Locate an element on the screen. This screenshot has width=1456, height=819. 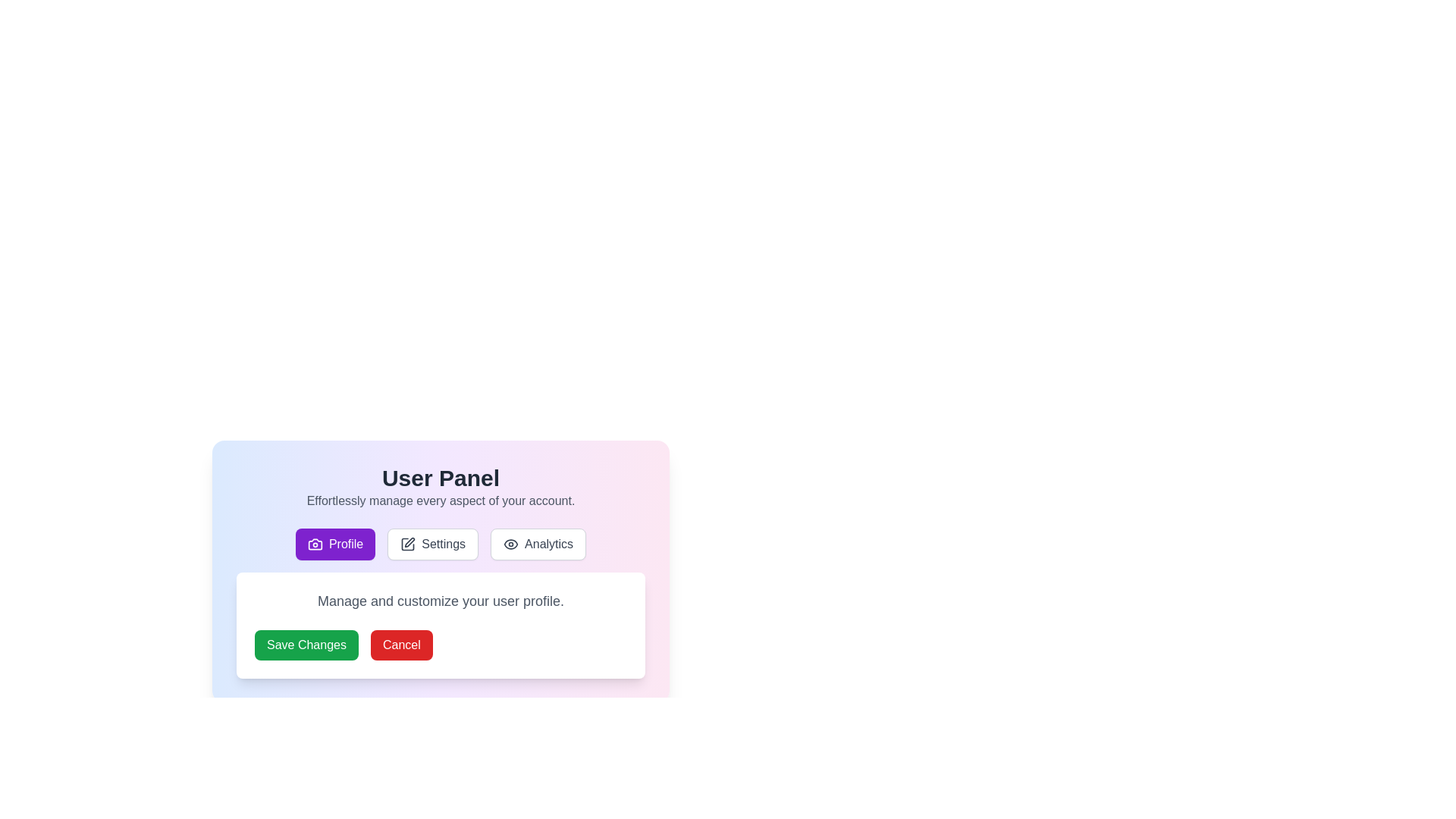
the tab labeled Profile to read its descriptive text is located at coordinates (334, 543).